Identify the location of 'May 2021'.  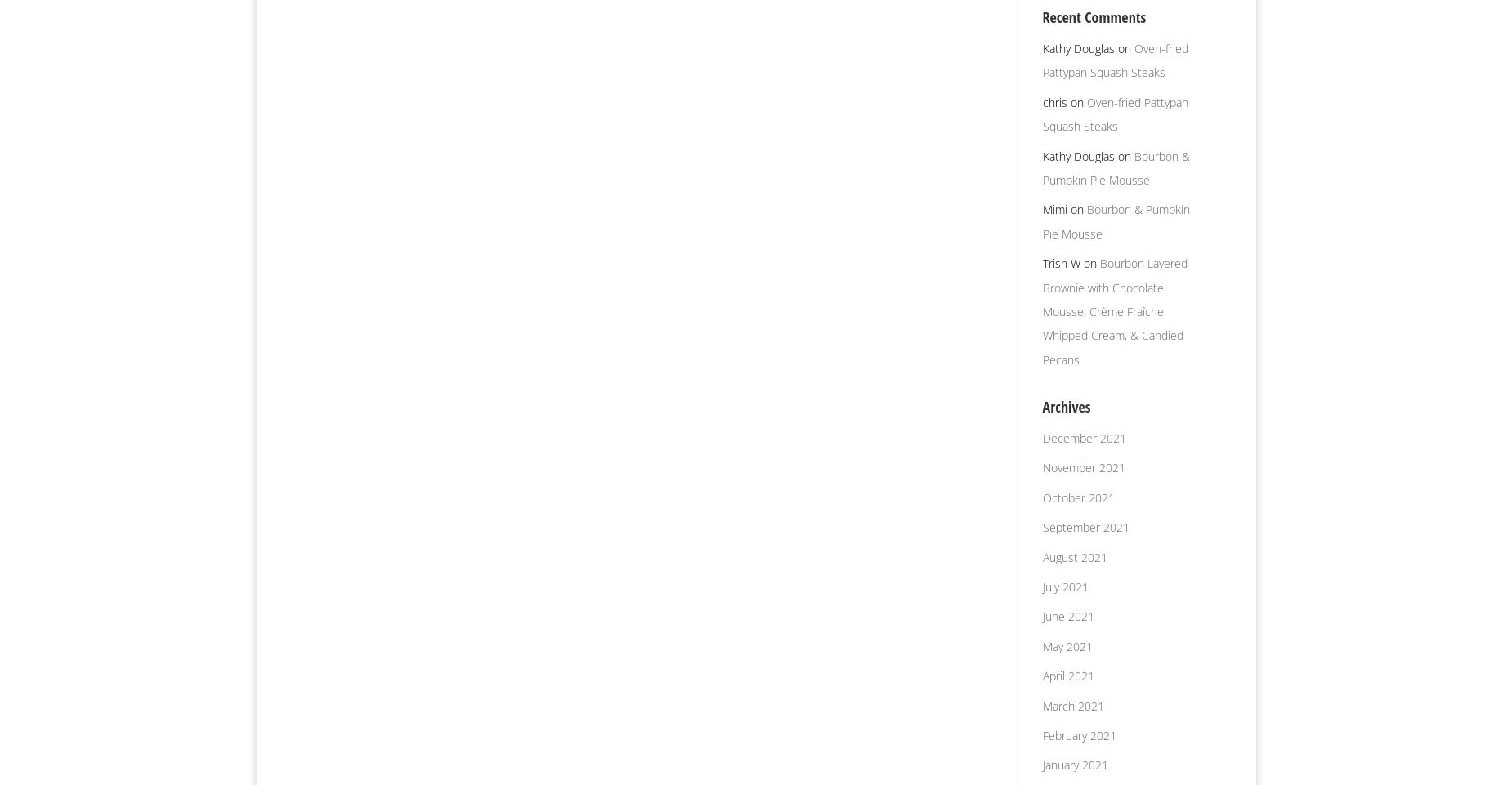
(1066, 645).